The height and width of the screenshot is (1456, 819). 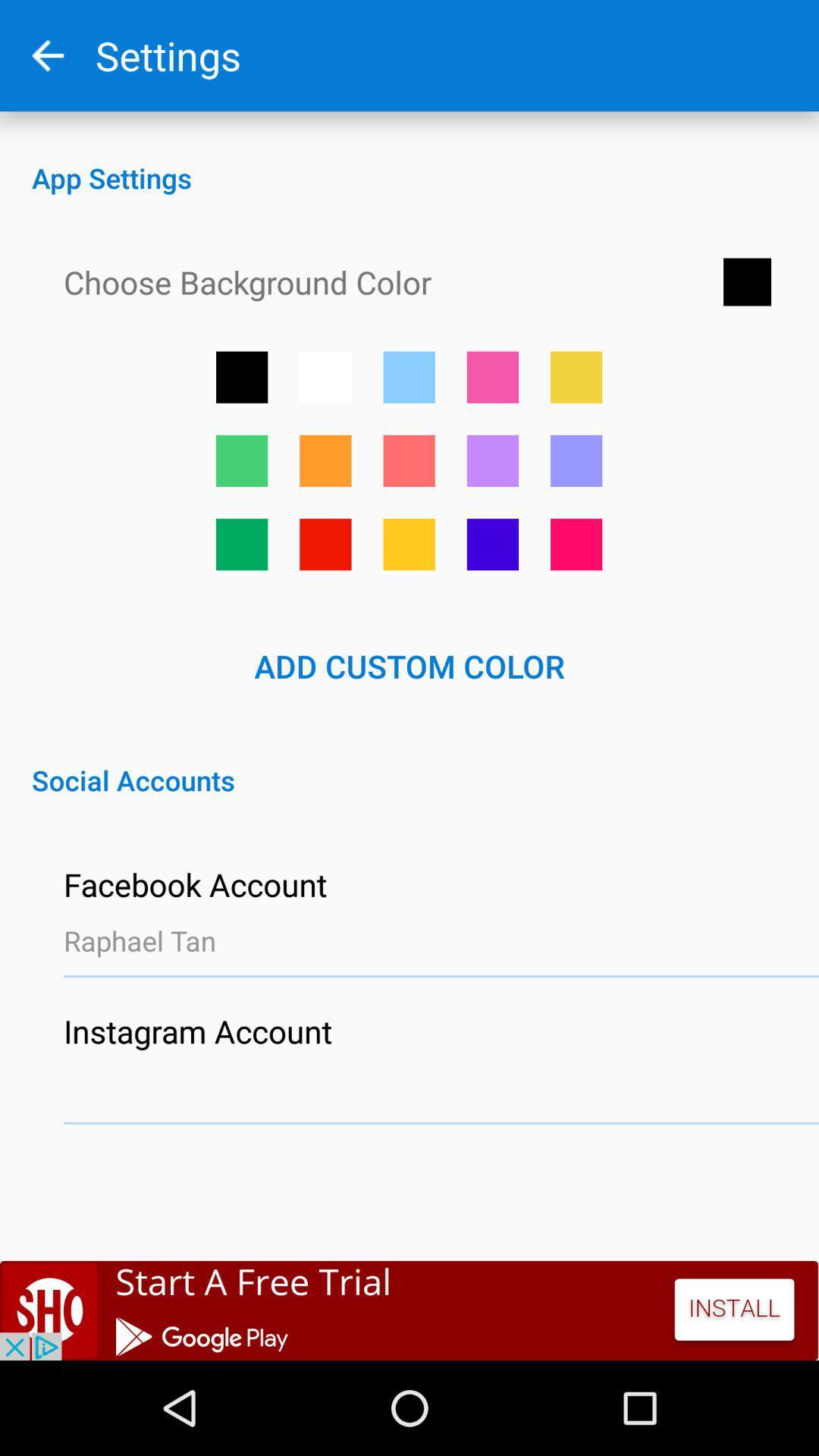 I want to click on choose red background color, so click(x=325, y=544).